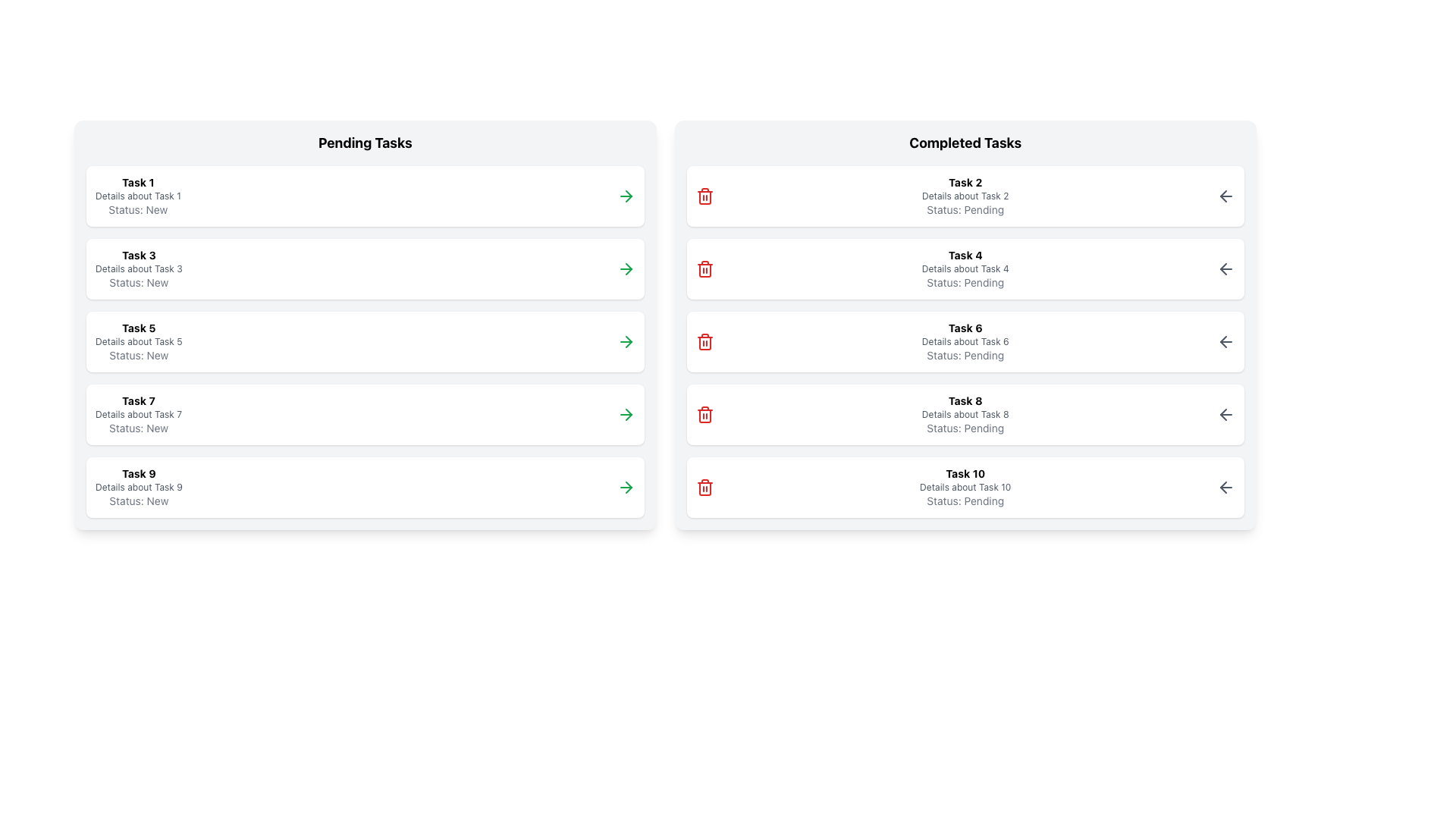 This screenshot has height=819, width=1456. I want to click on the Text label at the top of the 'Completed Tasks' column, so click(964, 472).